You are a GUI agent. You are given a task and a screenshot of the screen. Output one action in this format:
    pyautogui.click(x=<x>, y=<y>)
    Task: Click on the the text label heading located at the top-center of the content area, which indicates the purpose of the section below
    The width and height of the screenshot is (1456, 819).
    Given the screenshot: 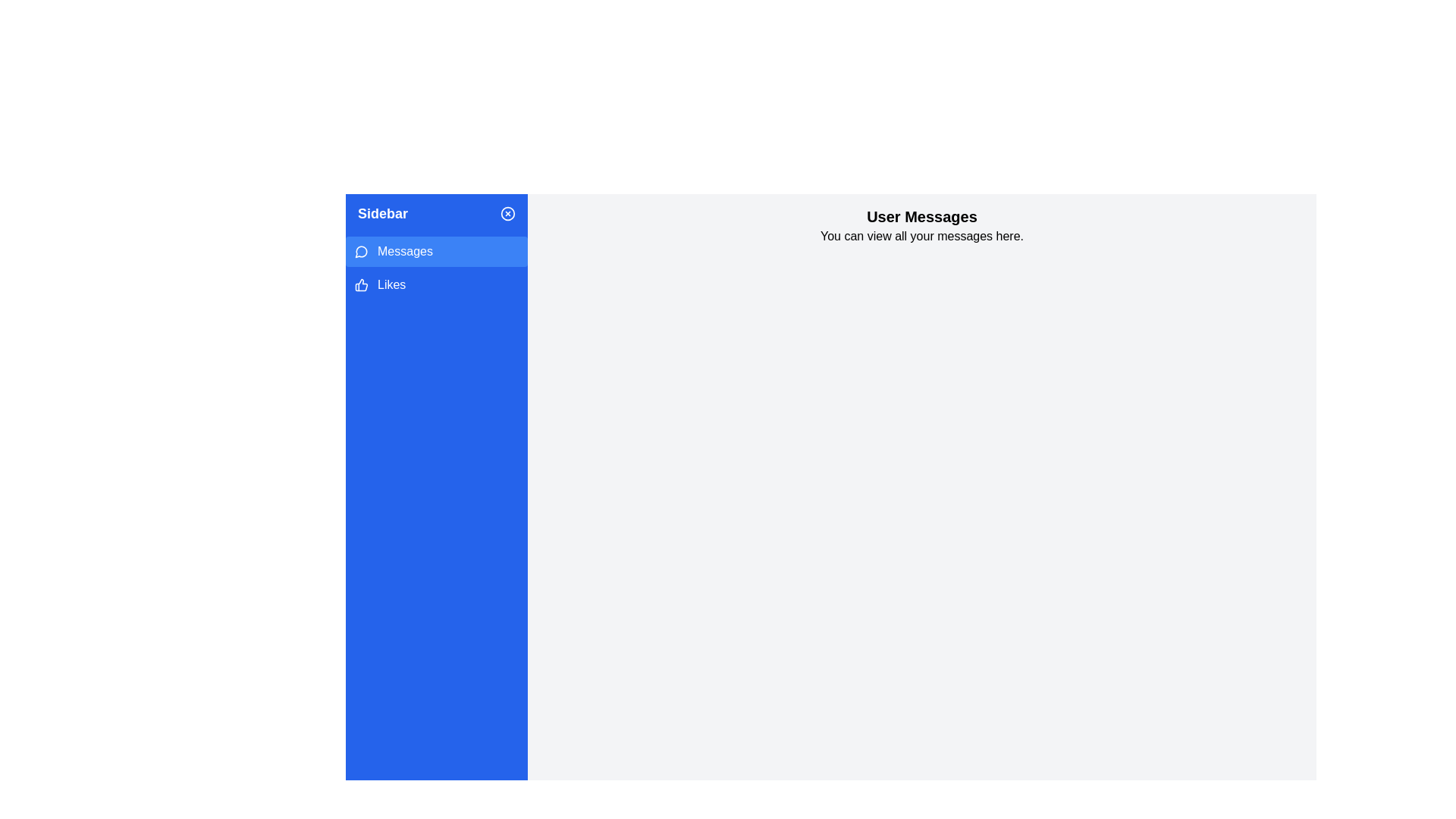 What is the action you would take?
    pyautogui.click(x=921, y=216)
    